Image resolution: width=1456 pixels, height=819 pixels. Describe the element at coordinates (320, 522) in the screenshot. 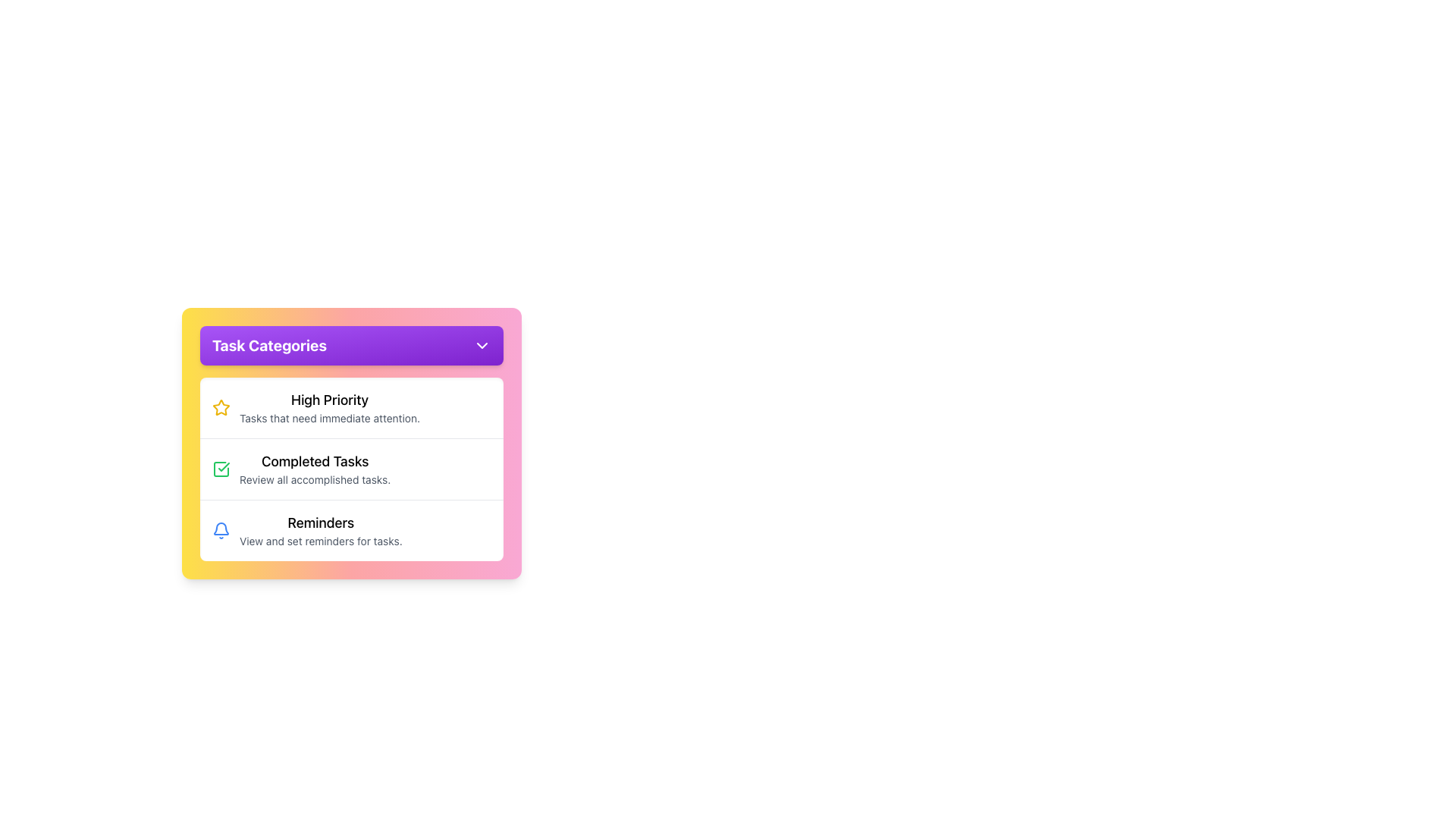

I see `the bold, black 'Reminders' text label that serves as the primary title in the reminders section` at that location.